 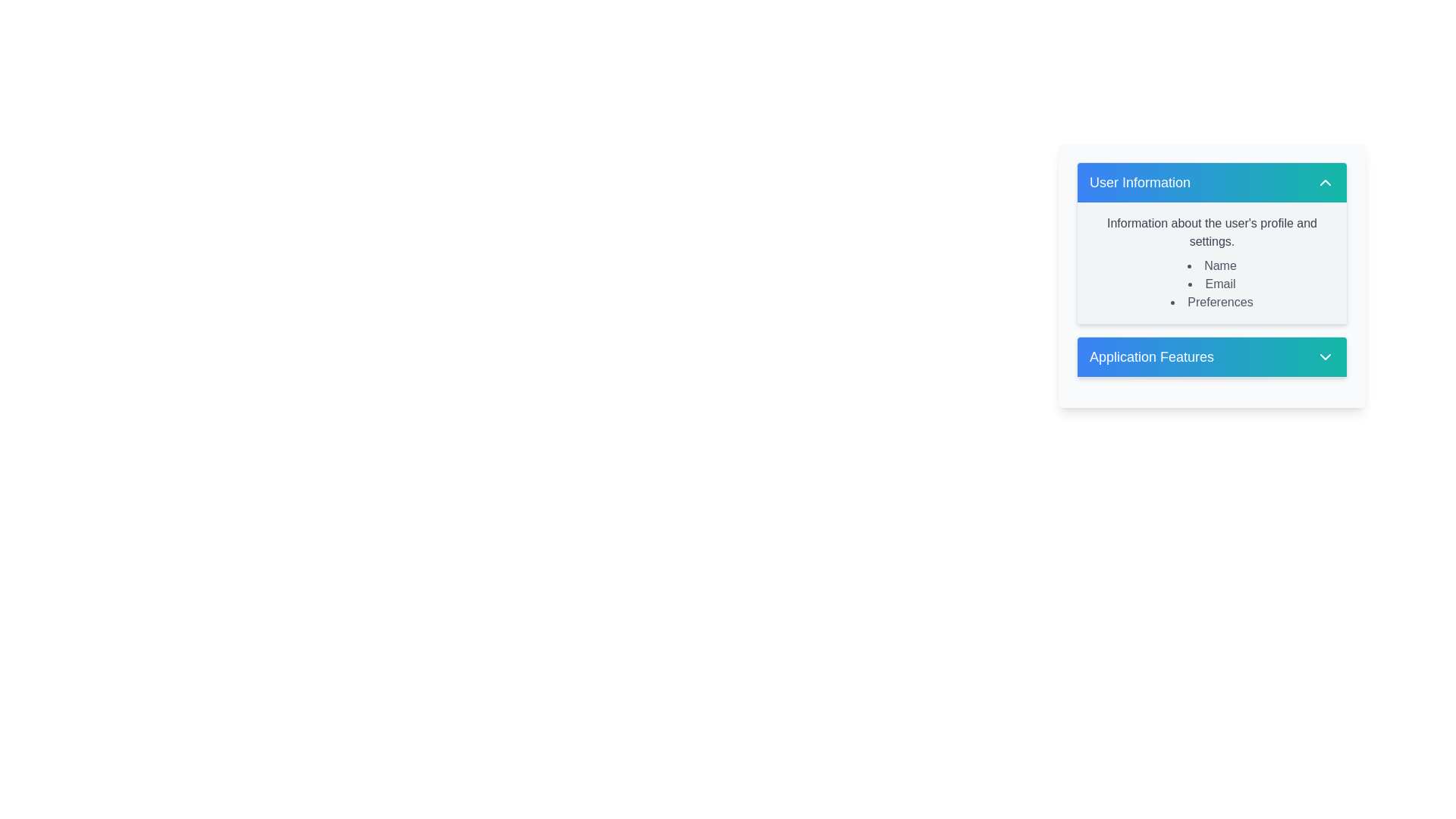 What do you see at coordinates (1324, 356) in the screenshot?
I see `the downward-pointing chevron-shaped icon with a blue-to-teal gradient background located at the right side of the 'Application Features' section` at bounding box center [1324, 356].